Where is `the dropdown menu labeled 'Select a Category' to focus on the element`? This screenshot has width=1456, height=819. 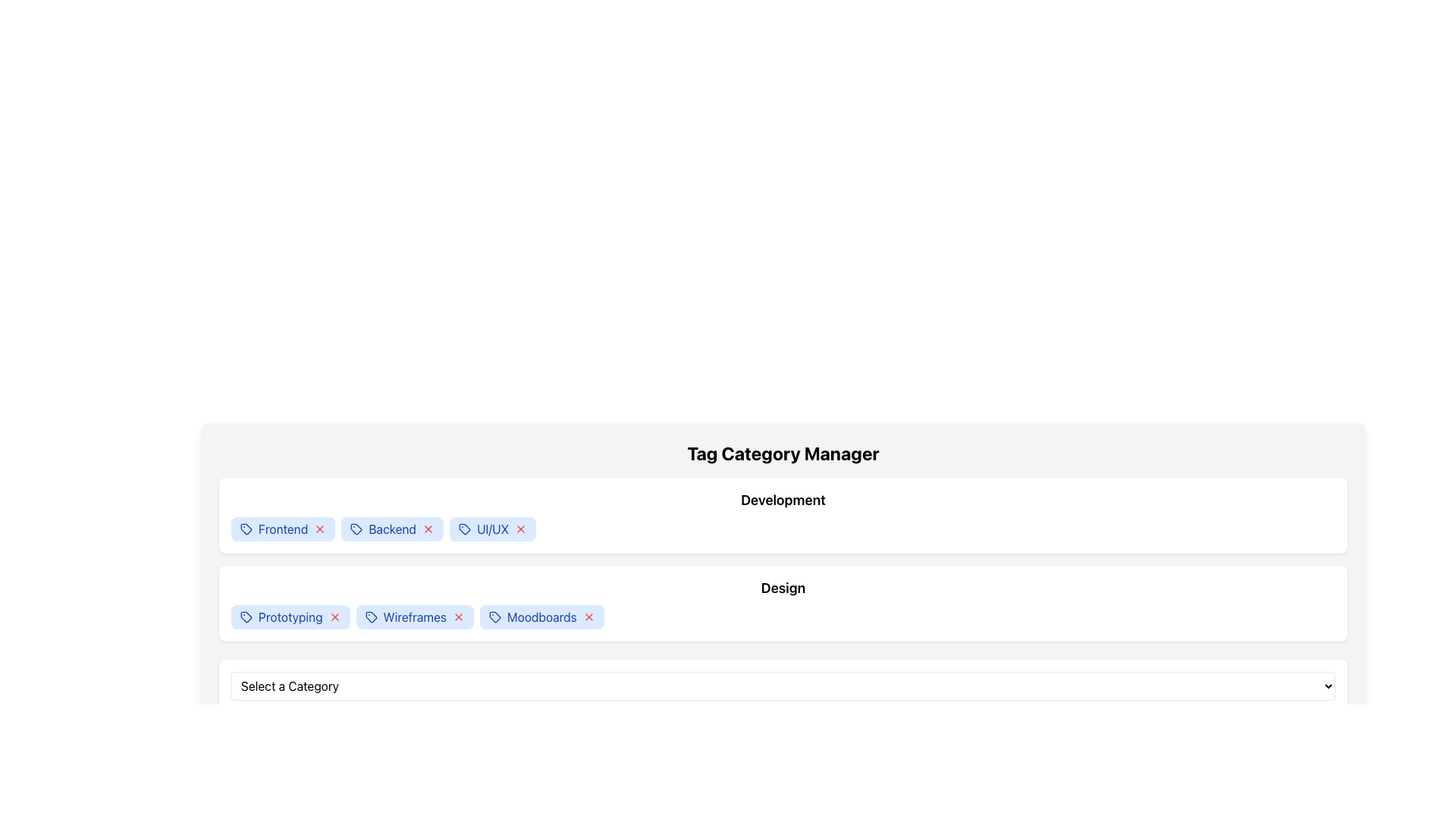 the dropdown menu labeled 'Select a Category' to focus on the element is located at coordinates (783, 686).